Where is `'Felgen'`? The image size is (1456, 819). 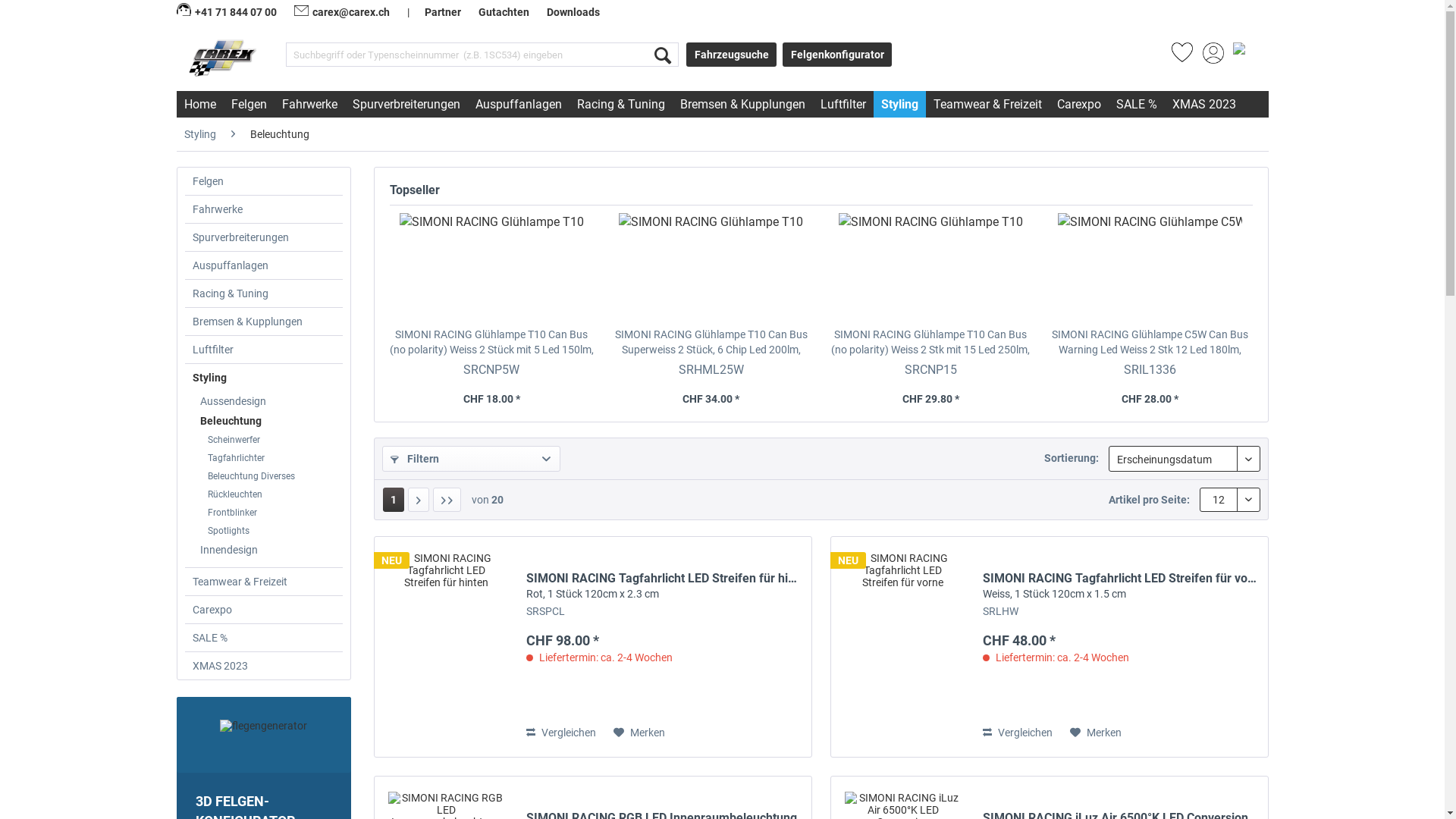 'Felgen' is located at coordinates (263, 180).